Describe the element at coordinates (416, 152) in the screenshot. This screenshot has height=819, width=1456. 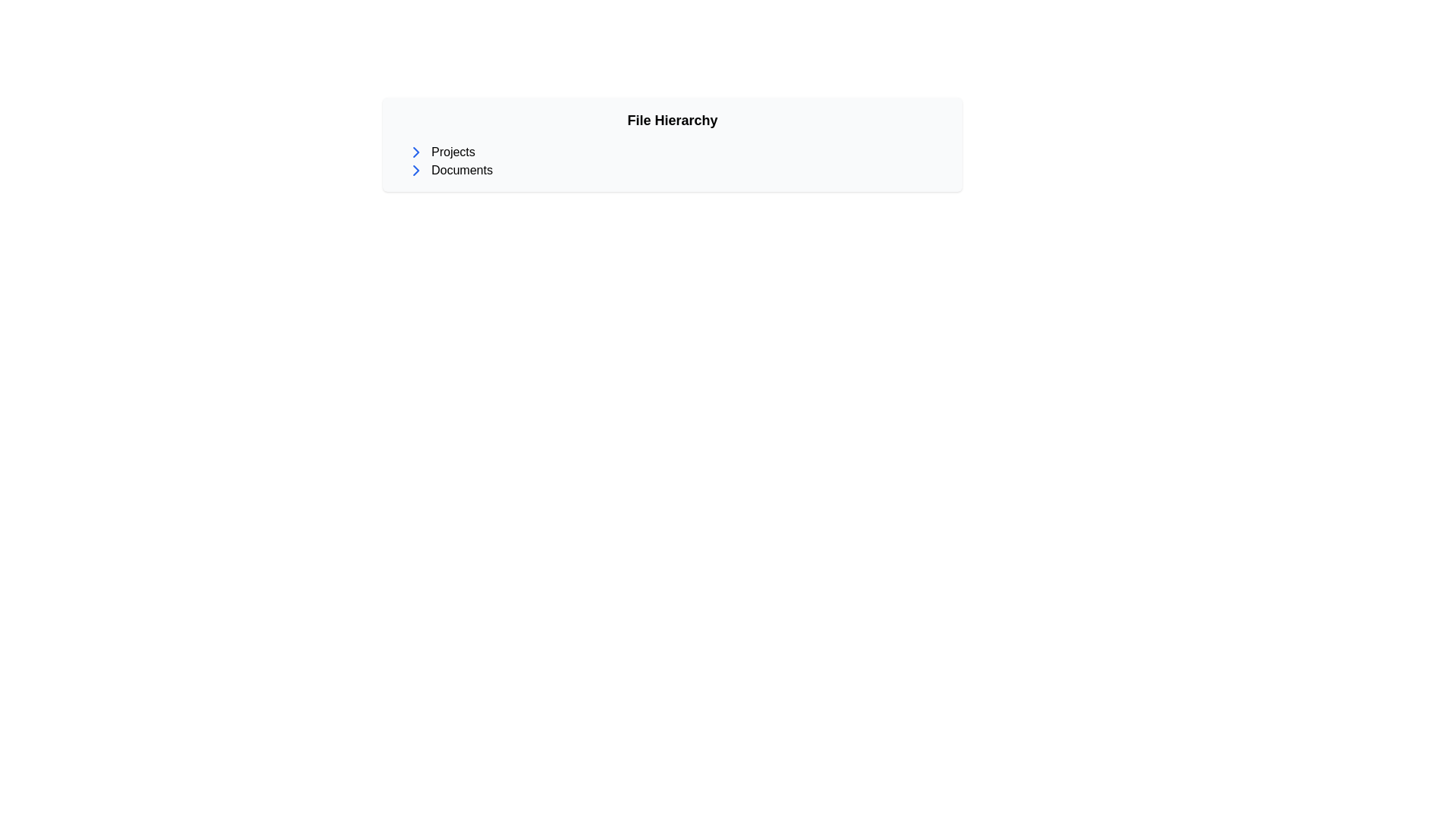
I see `the chevron icon located next to the 'Documents' text, which serves as a toggle for expanding or collapsing a sublist` at that location.